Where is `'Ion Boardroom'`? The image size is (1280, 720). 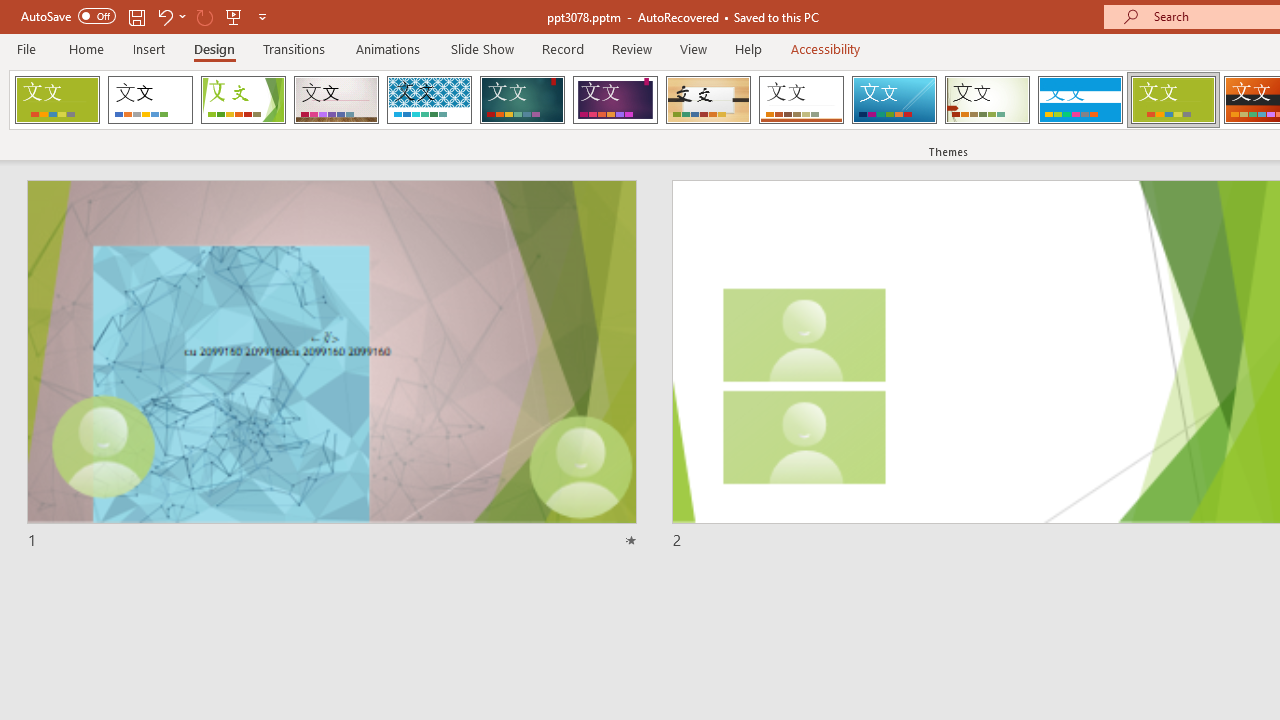
'Ion Boardroom' is located at coordinates (614, 100).